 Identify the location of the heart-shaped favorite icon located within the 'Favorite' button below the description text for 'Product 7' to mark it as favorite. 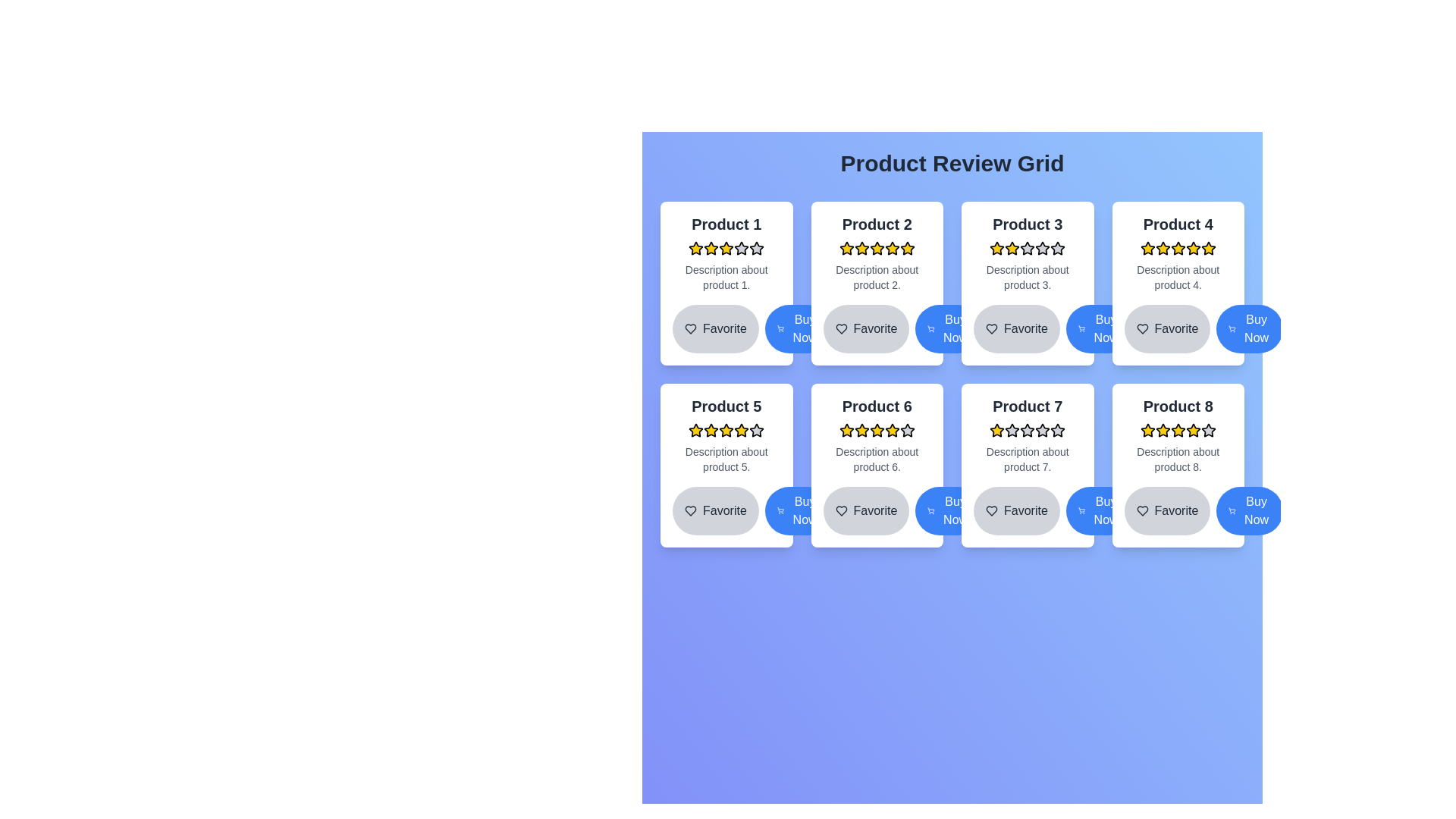
(992, 511).